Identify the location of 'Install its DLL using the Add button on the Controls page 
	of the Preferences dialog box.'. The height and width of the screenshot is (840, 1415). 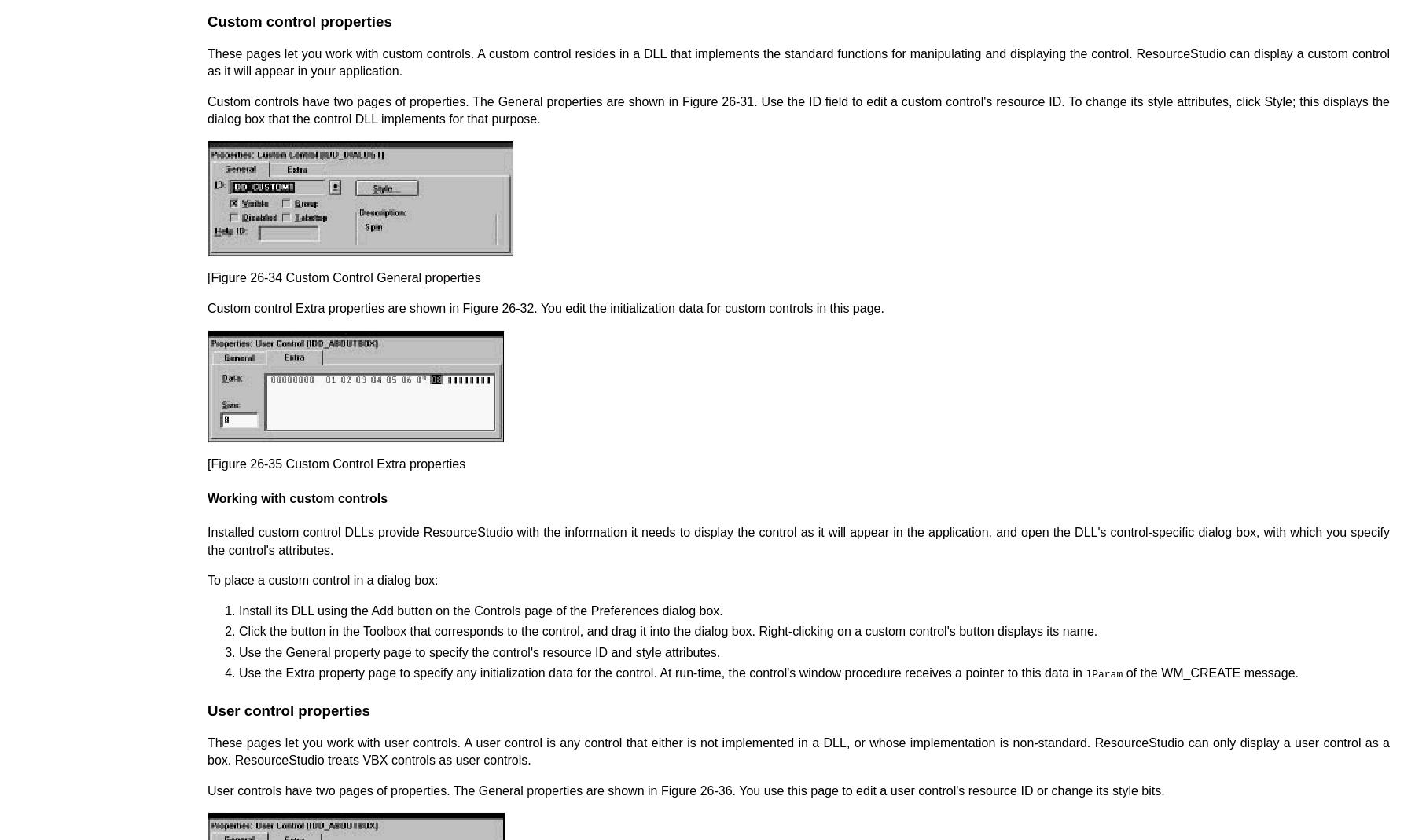
(480, 610).